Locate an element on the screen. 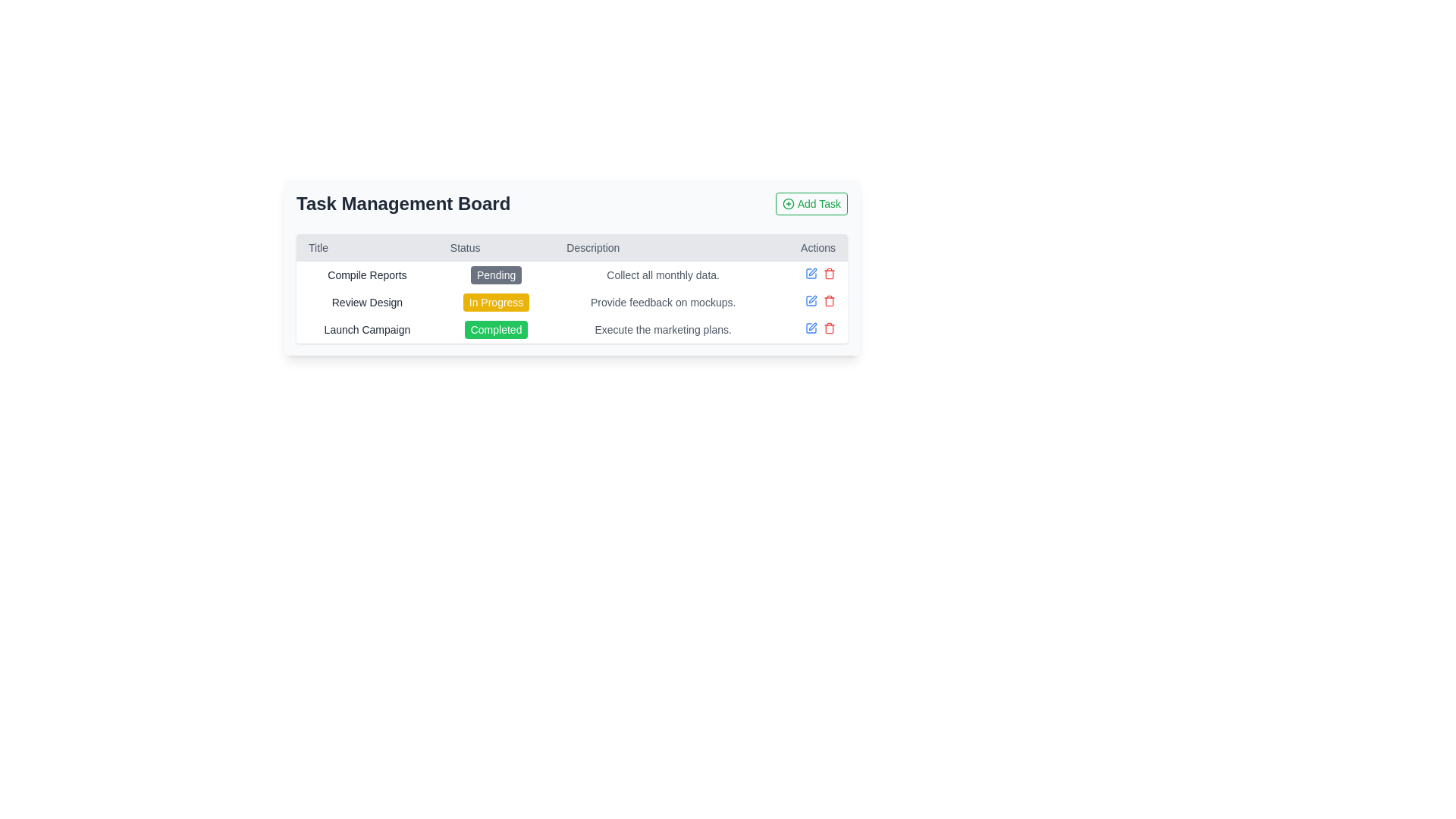  text from the status indicator badge located in the second row and second column of the 'Task Management Board' table, which indicates the current progress status of the task 'Review Design' is located at coordinates (496, 302).